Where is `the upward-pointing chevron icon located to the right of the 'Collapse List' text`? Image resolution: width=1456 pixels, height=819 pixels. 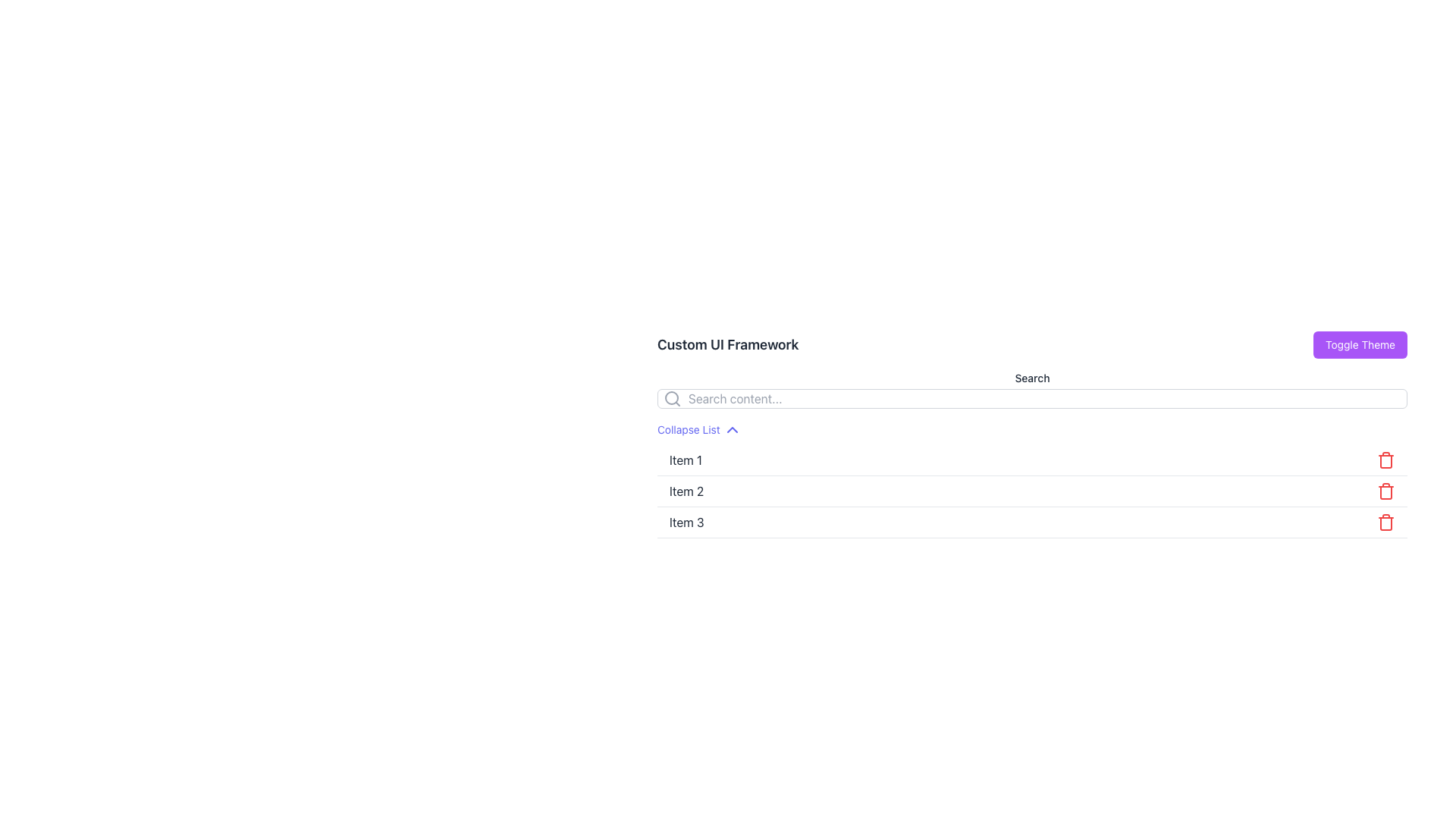 the upward-pointing chevron icon located to the right of the 'Collapse List' text is located at coordinates (732, 430).